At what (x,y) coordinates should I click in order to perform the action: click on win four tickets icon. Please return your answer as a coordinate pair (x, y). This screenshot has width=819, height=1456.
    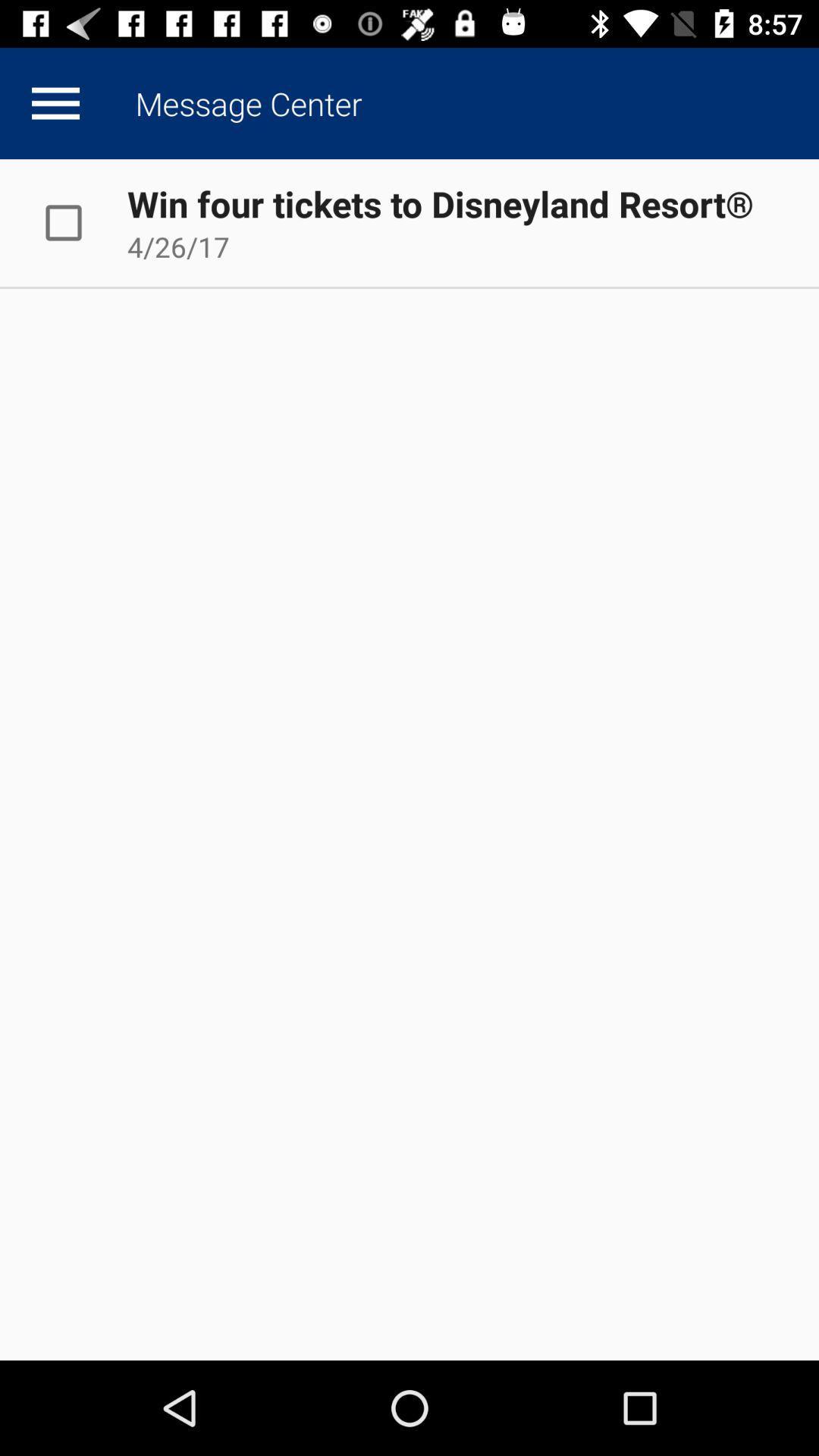
    Looking at the image, I should click on (440, 202).